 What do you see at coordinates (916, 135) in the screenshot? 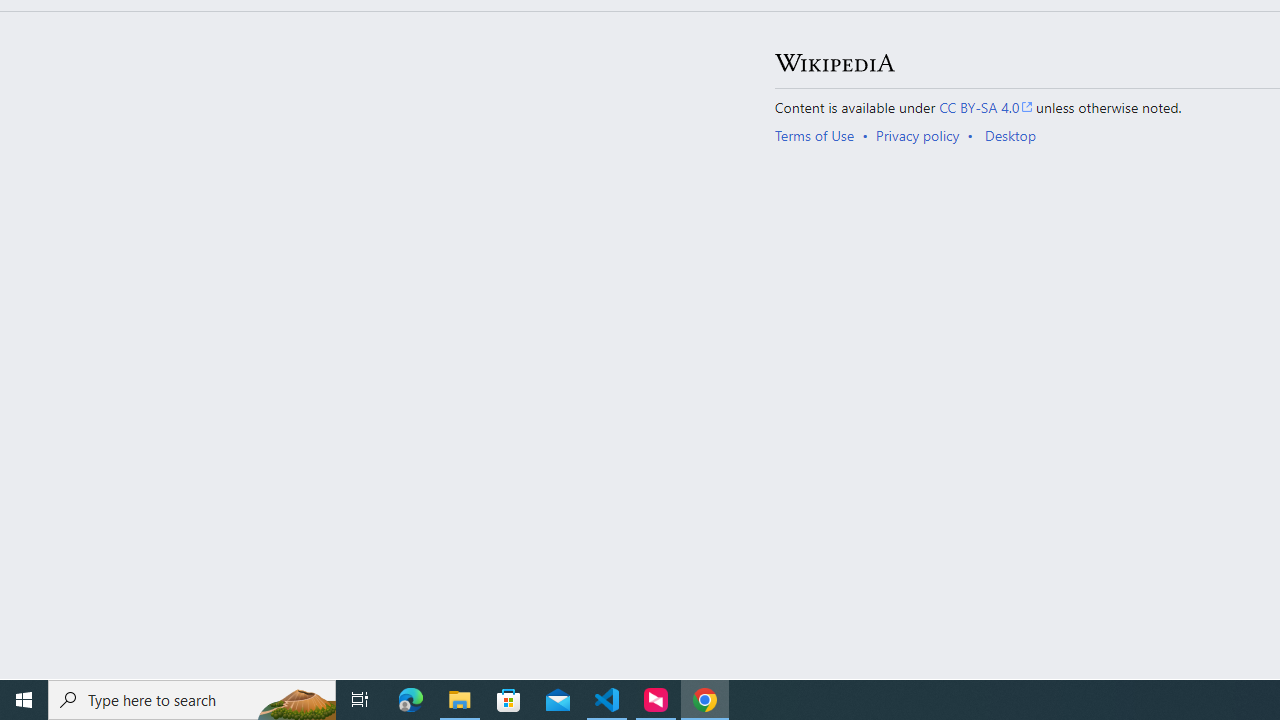
I see `'Privacy policy'` at bounding box center [916, 135].